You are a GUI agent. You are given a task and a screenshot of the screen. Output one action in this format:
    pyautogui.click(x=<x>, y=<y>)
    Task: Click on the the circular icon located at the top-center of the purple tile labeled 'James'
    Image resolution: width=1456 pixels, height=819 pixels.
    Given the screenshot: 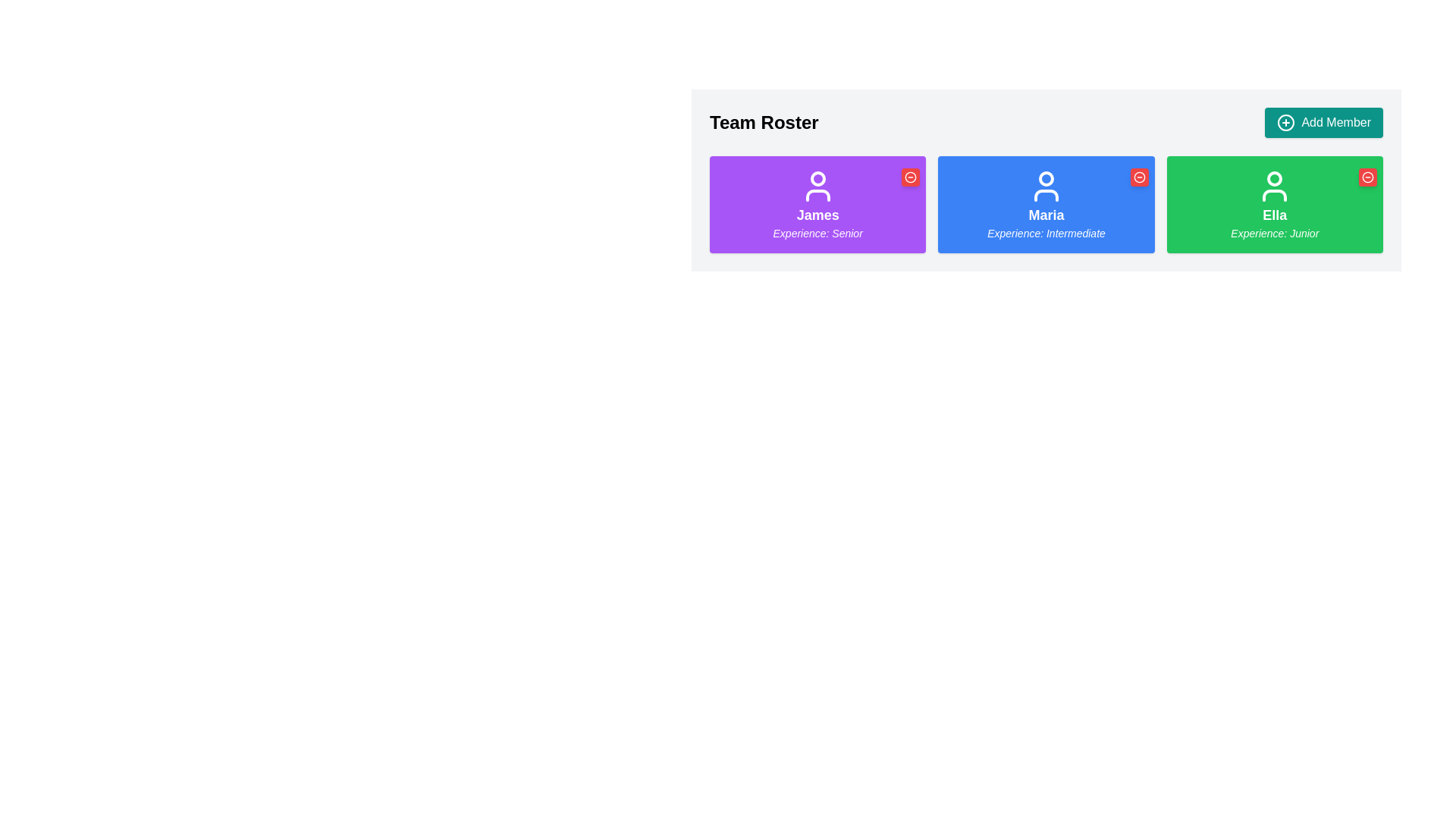 What is the action you would take?
    pyautogui.click(x=817, y=177)
    